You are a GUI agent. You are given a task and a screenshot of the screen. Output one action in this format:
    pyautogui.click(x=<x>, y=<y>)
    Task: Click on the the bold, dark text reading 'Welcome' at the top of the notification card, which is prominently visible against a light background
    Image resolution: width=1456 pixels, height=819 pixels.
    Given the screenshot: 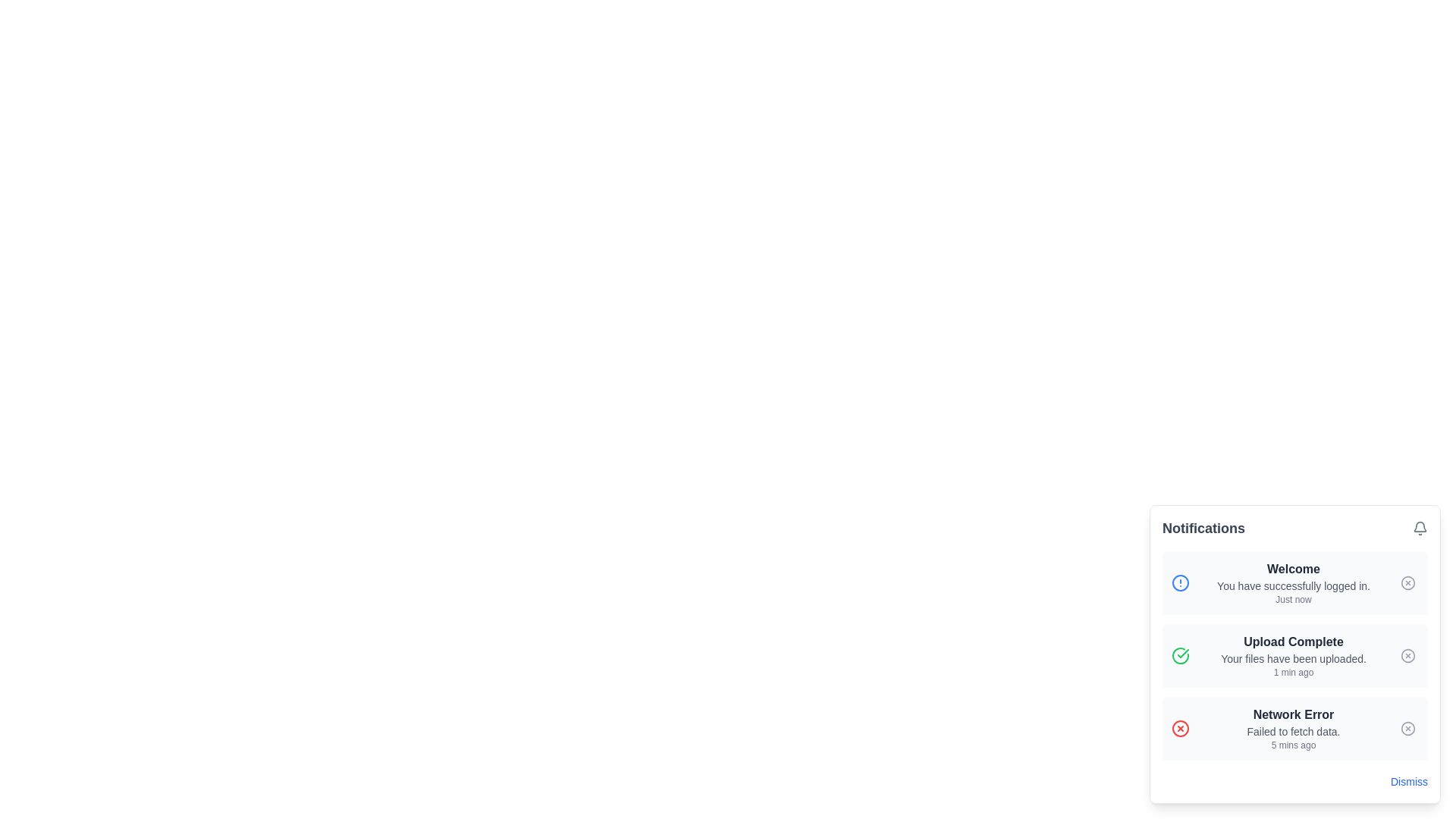 What is the action you would take?
    pyautogui.click(x=1292, y=570)
    